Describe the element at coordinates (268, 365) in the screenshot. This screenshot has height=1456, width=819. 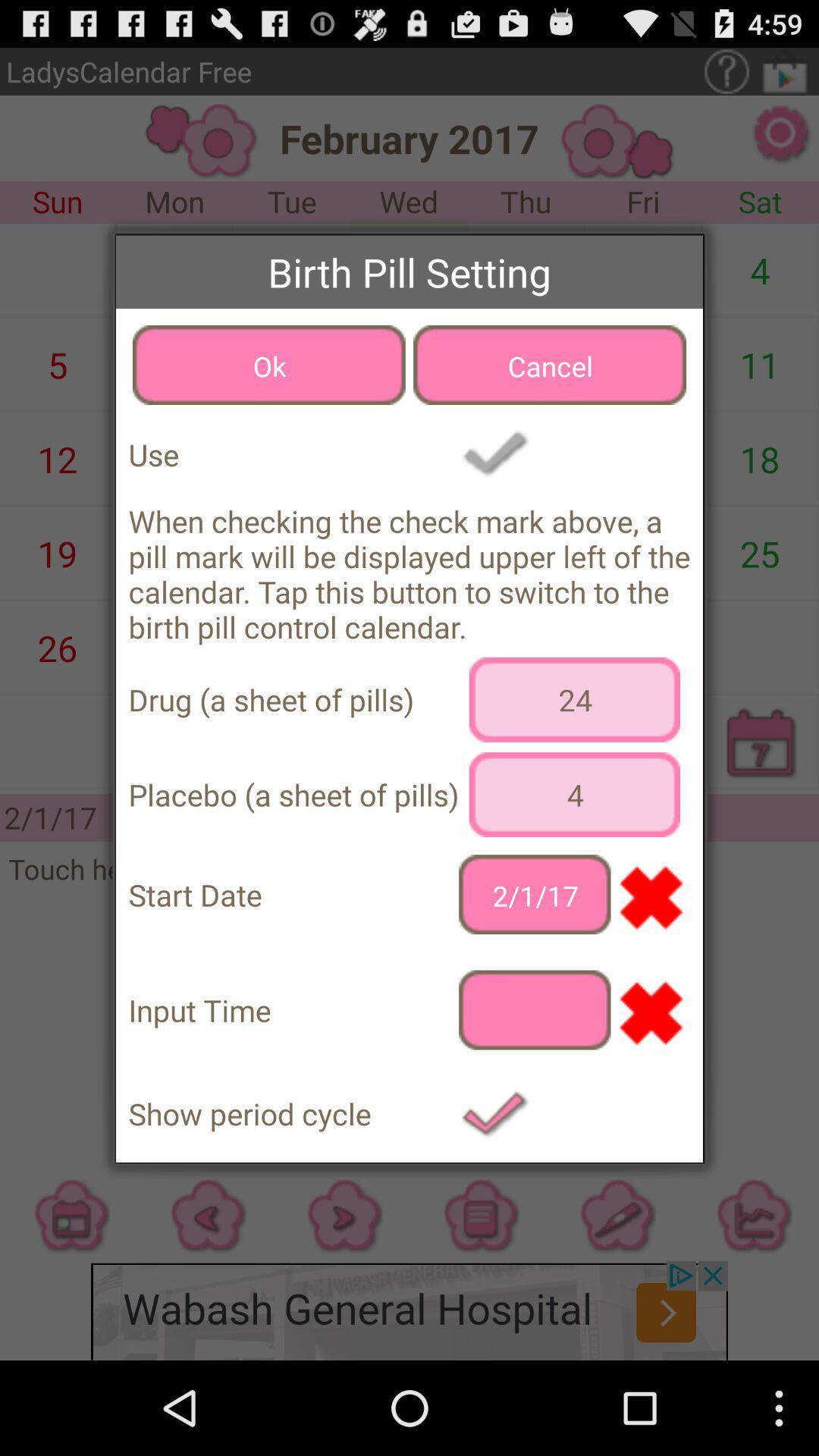
I see `the item to the left of cancel button` at that location.